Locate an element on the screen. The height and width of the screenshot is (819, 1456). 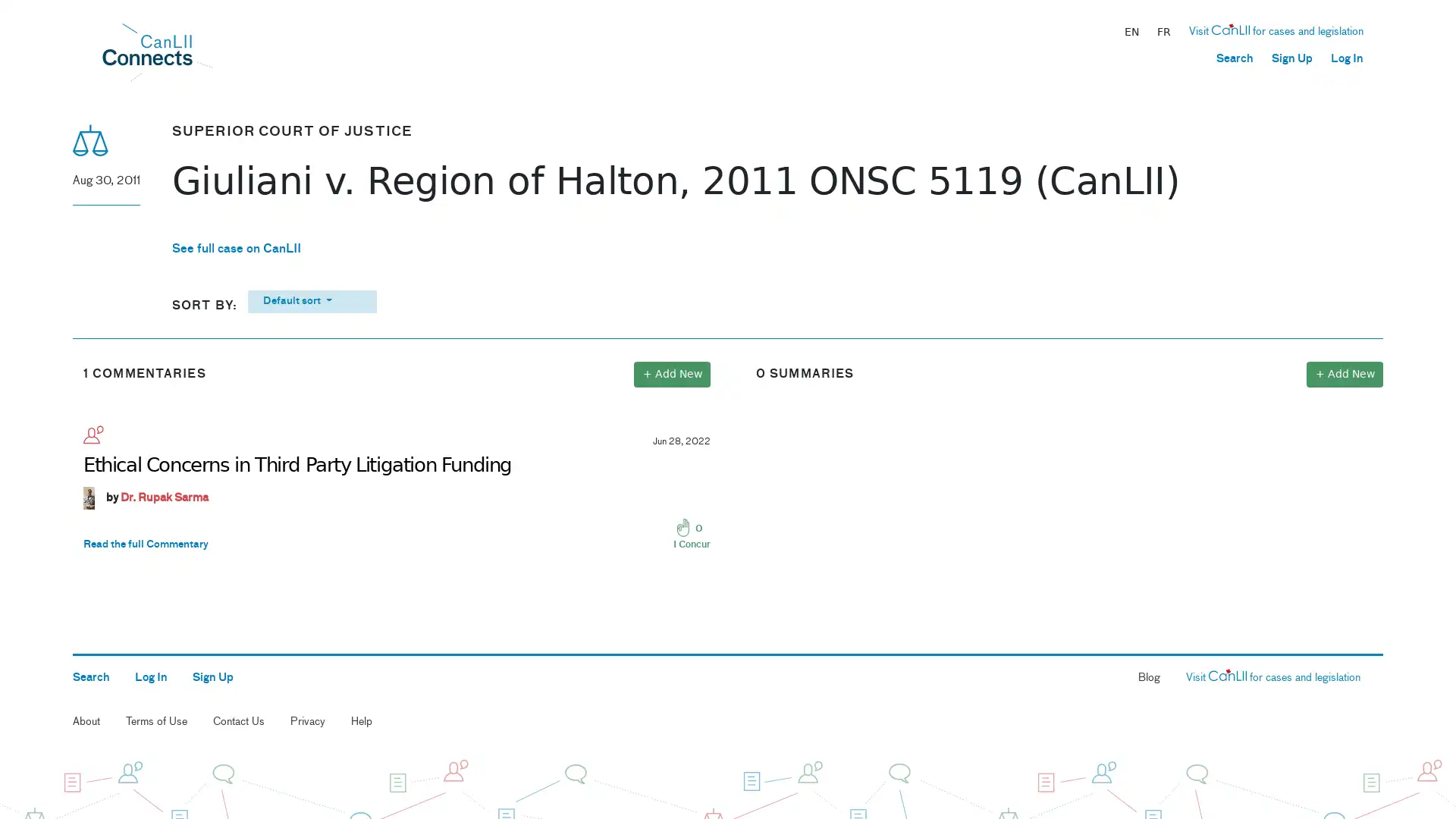
Default sort is located at coordinates (311, 301).